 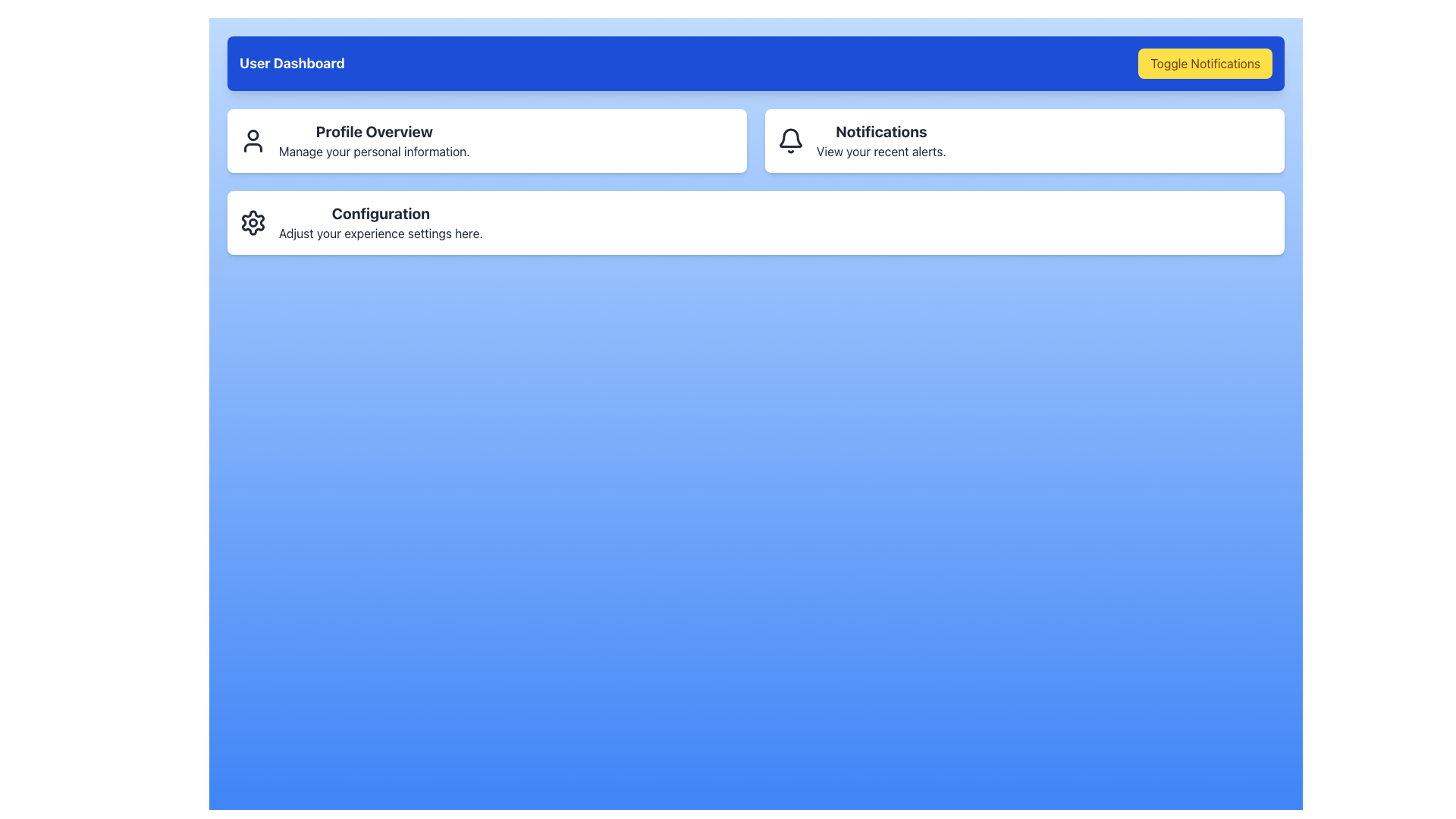 What do you see at coordinates (374, 152) in the screenshot?
I see `the text label displaying 'Manage your personal information.' which is located directly below the 'Profile Overview' title` at bounding box center [374, 152].